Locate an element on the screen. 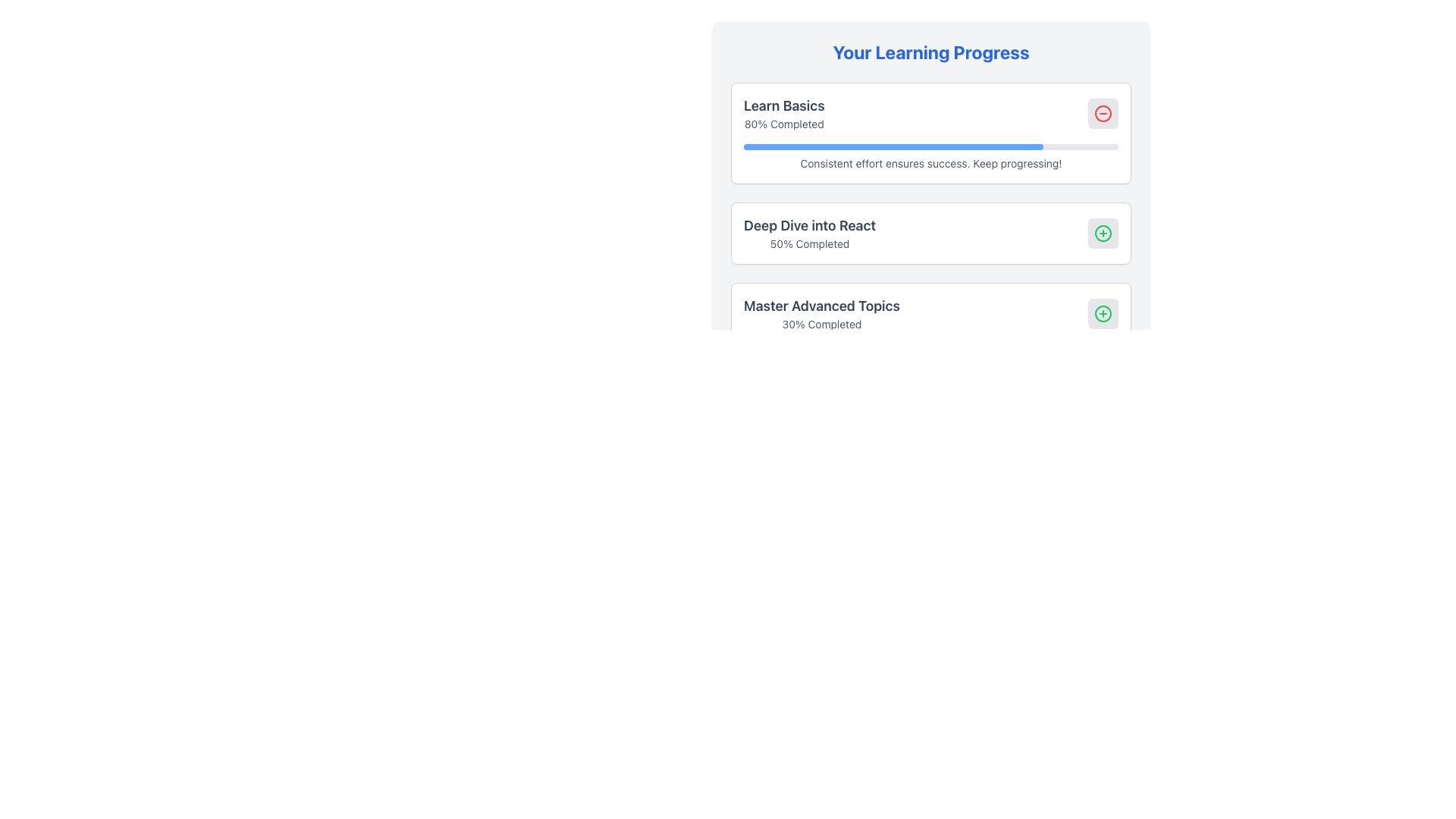 Image resolution: width=1456 pixels, height=819 pixels. the static text styled in a small gray font located below the blue progress bar inside the 'Learn Basics' card is located at coordinates (930, 164).